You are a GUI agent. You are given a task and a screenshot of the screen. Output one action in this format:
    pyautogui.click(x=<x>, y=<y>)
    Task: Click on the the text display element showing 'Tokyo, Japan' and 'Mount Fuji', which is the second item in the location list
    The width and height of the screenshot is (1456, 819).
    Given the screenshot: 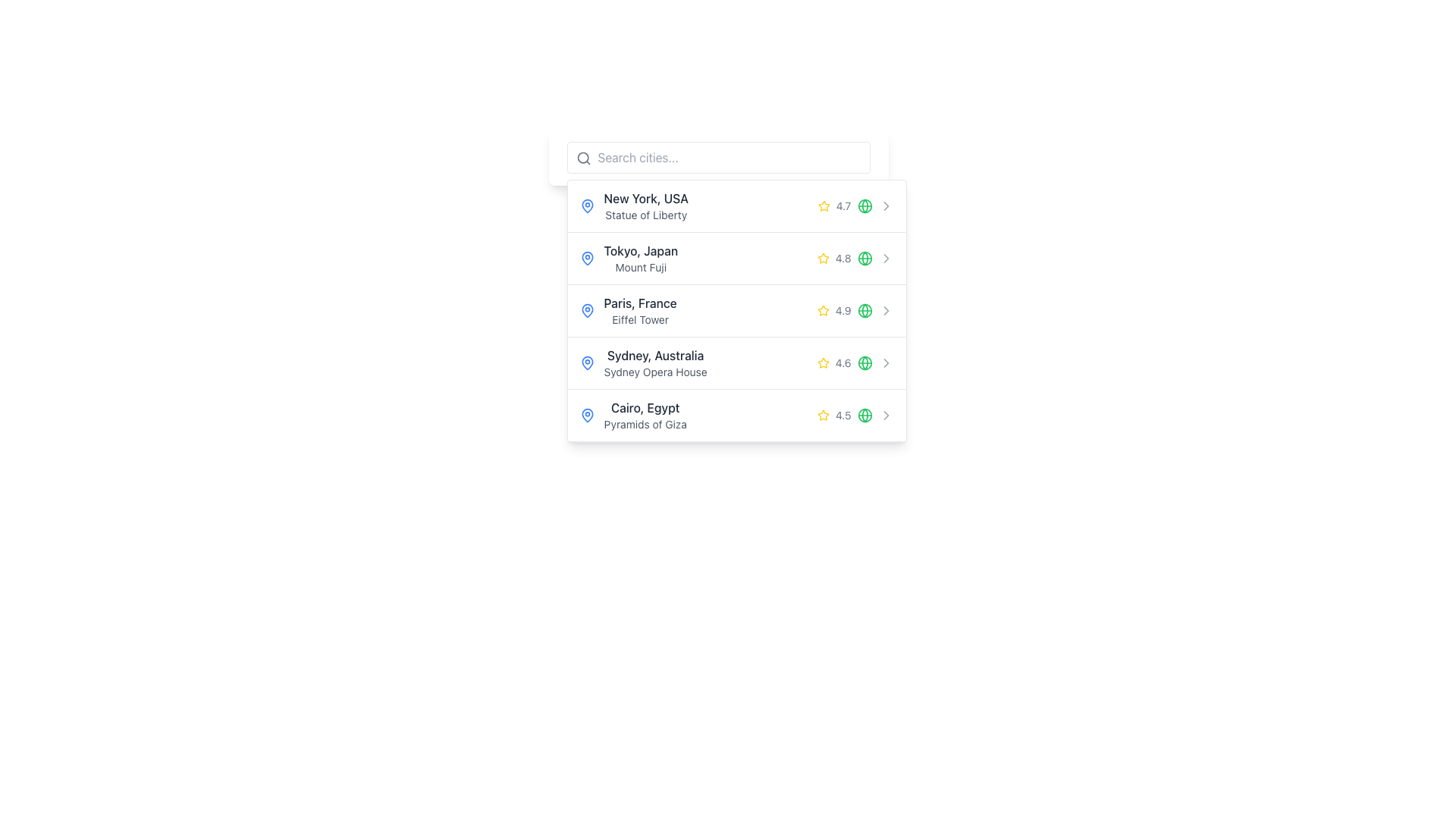 What is the action you would take?
    pyautogui.click(x=641, y=257)
    